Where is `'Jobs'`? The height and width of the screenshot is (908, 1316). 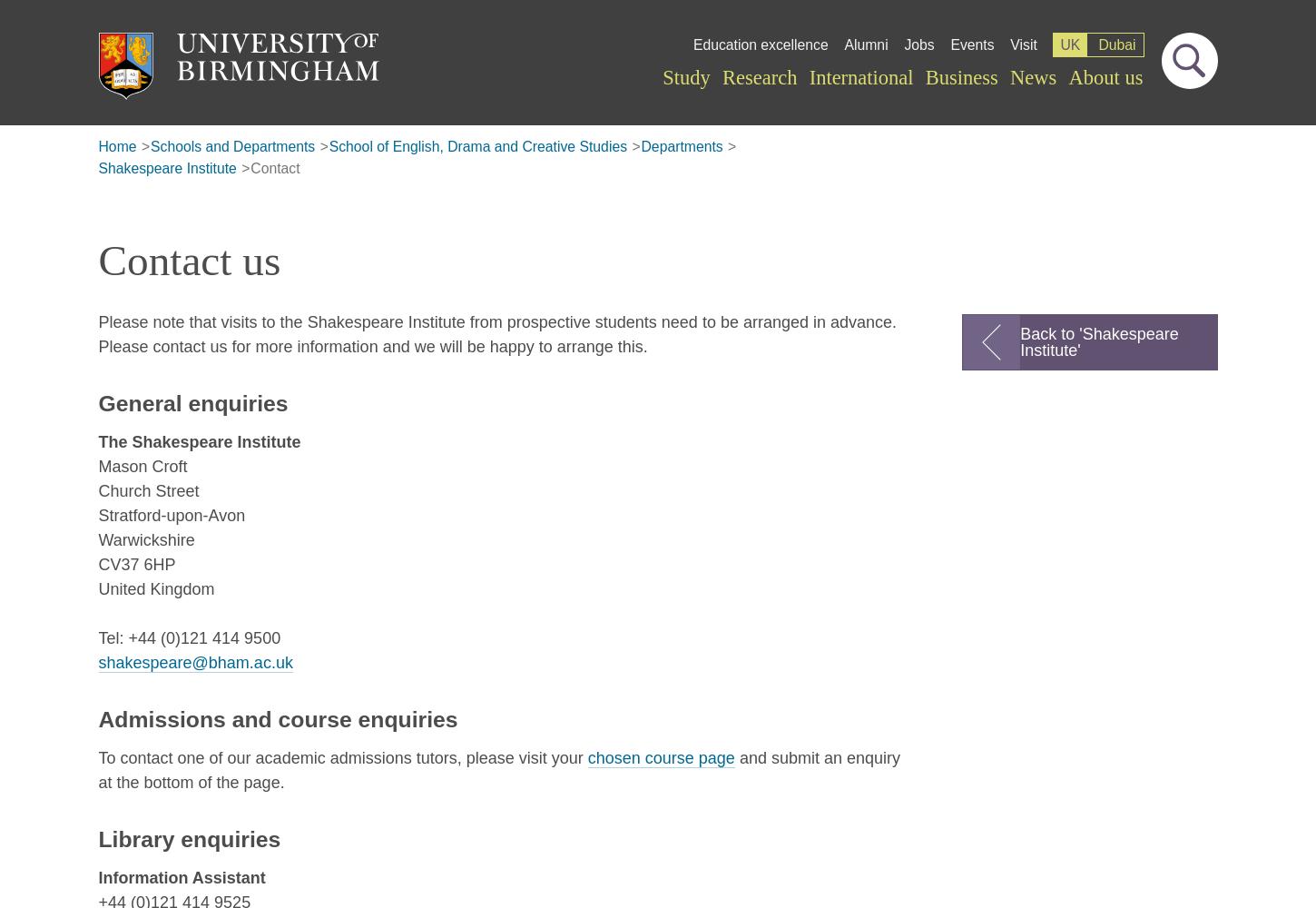
'Jobs' is located at coordinates (918, 44).